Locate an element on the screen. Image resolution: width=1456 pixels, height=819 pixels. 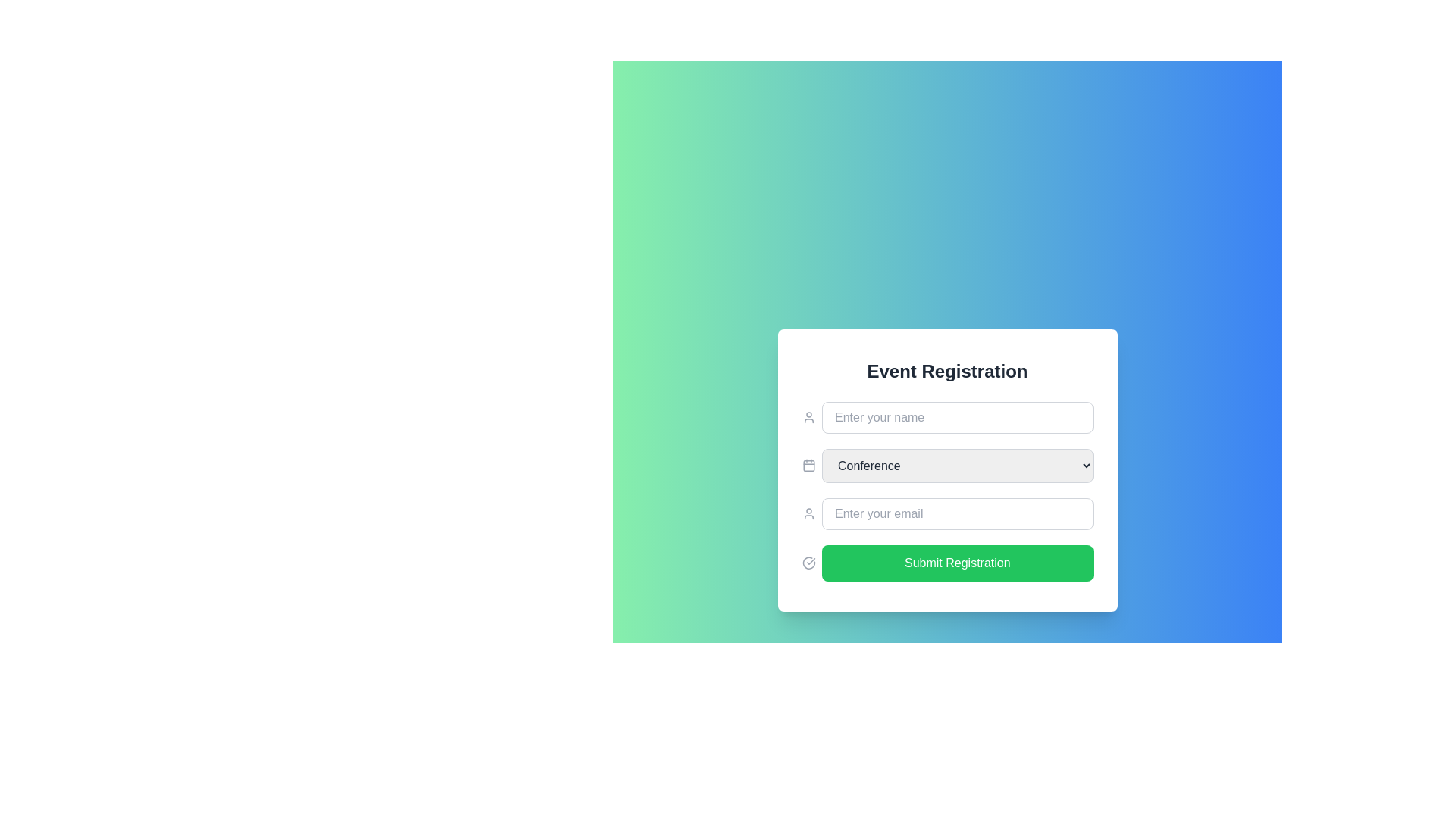
the gray user profile icon located on the left side of the 'Enter your name' input box is located at coordinates (808, 417).